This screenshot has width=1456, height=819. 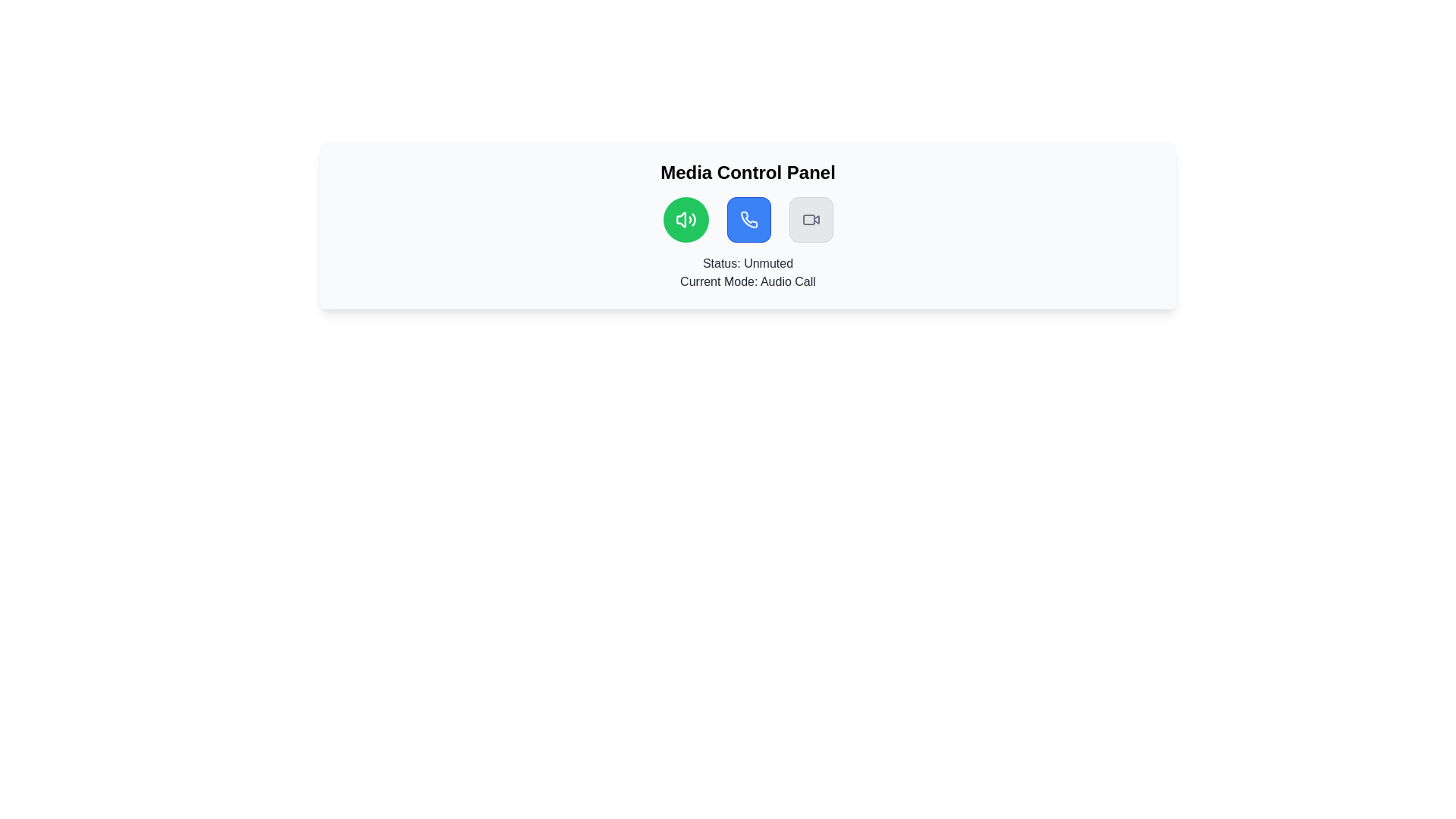 I want to click on the video mode icon located within the third button on the right side of a horizontal set of three buttons, which has rounded corners and a light gray background, so click(x=810, y=219).